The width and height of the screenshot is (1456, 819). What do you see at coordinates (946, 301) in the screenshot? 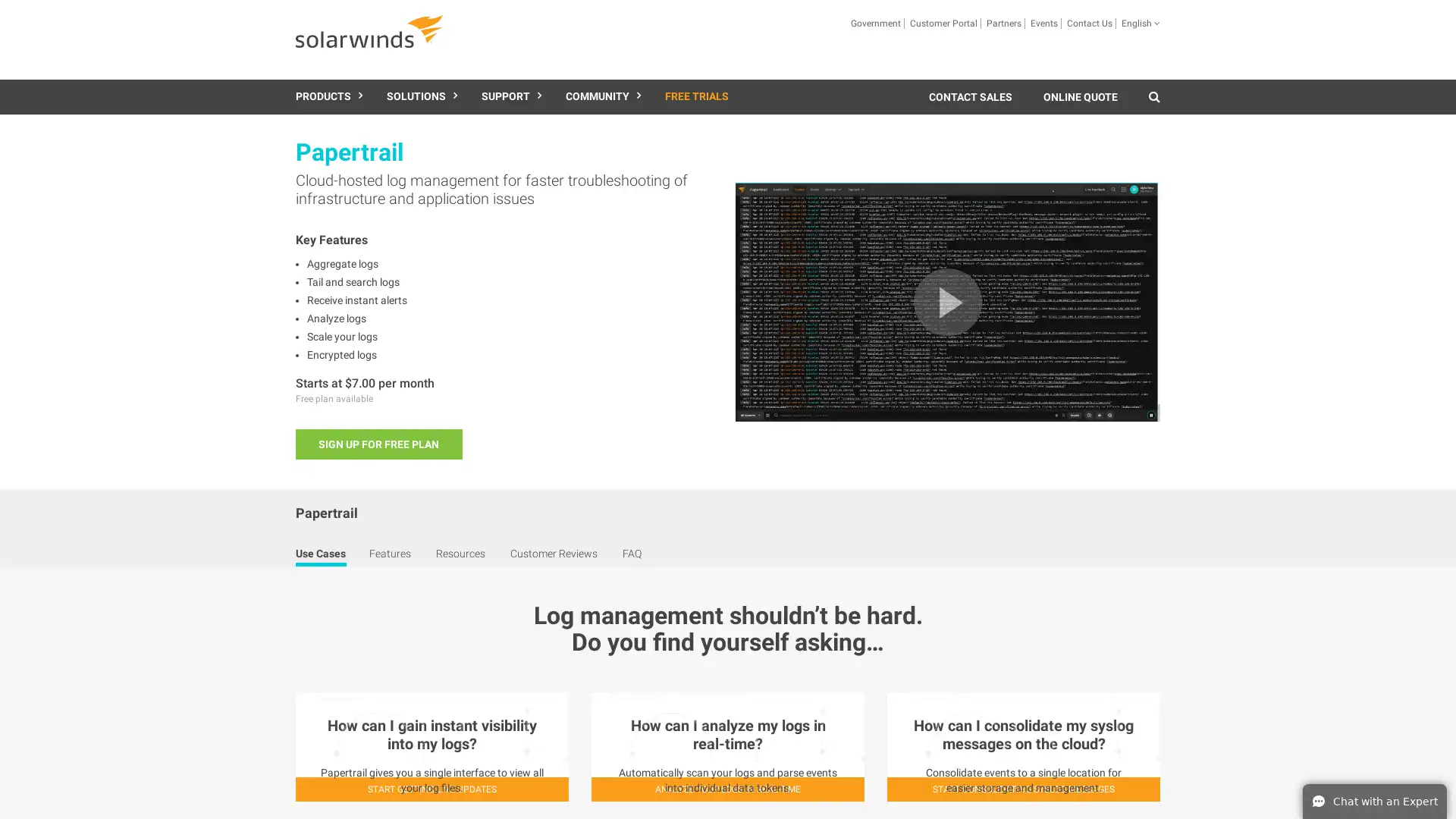
I see `Play video SolarWinds Papertrail Overview. Opens in a modal` at bounding box center [946, 301].